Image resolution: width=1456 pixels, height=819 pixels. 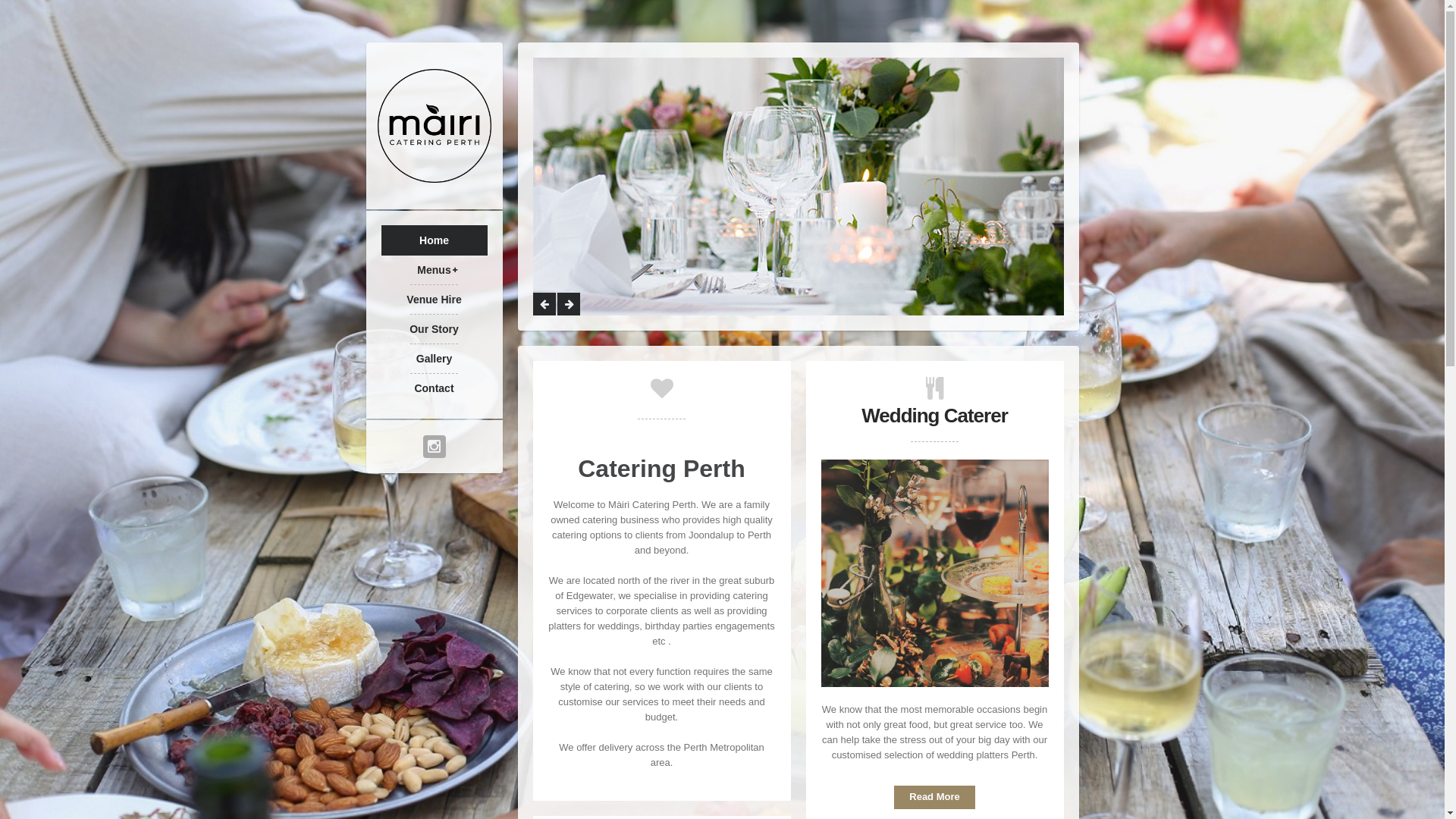 What do you see at coordinates (432, 359) in the screenshot?
I see `'Gallery'` at bounding box center [432, 359].